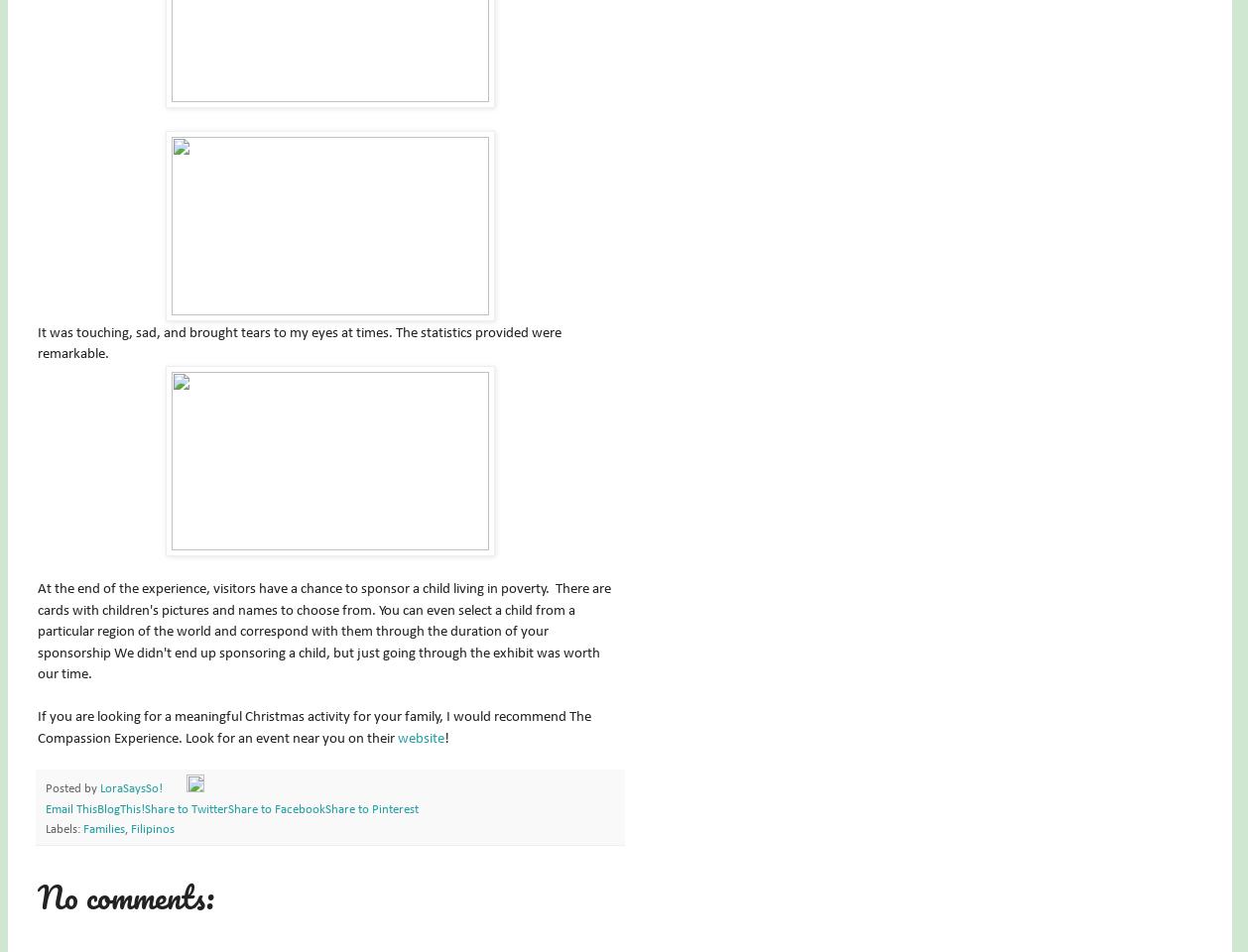  I want to click on 'Families', so click(83, 828).